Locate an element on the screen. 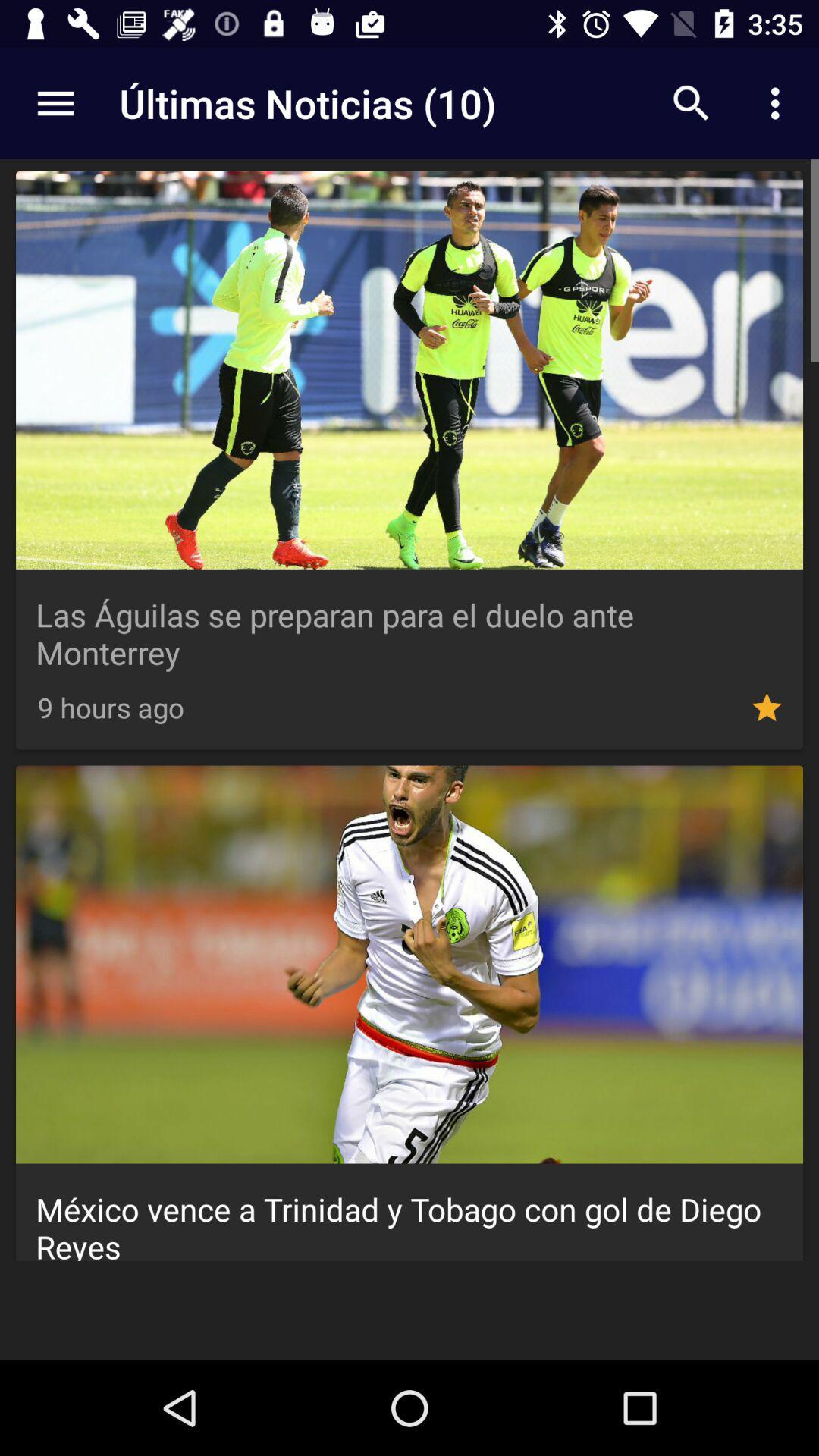  the option which indicates star is located at coordinates (767, 707).